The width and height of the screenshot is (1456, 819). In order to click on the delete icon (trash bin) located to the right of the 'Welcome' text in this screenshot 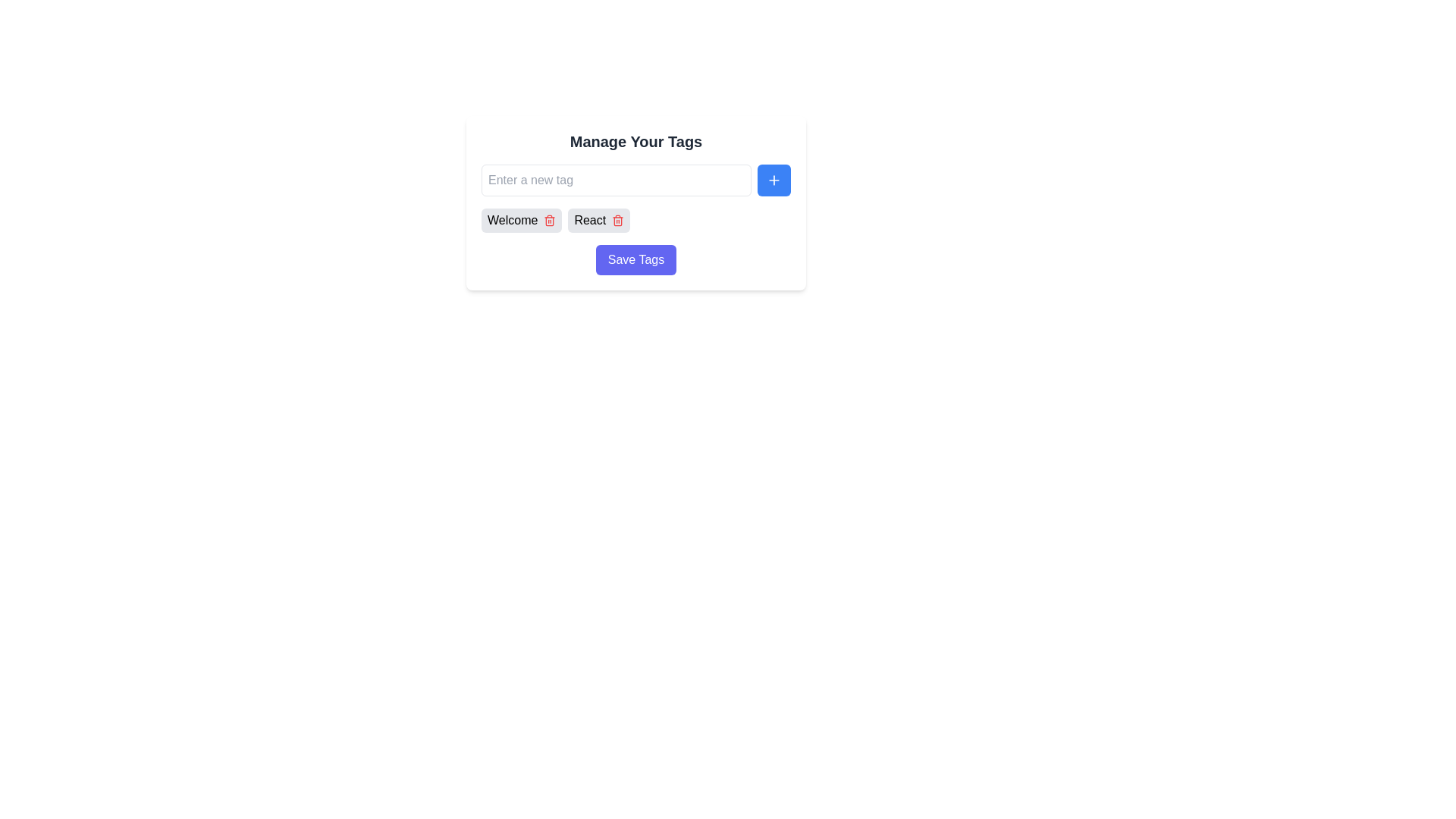, I will do `click(549, 220)`.